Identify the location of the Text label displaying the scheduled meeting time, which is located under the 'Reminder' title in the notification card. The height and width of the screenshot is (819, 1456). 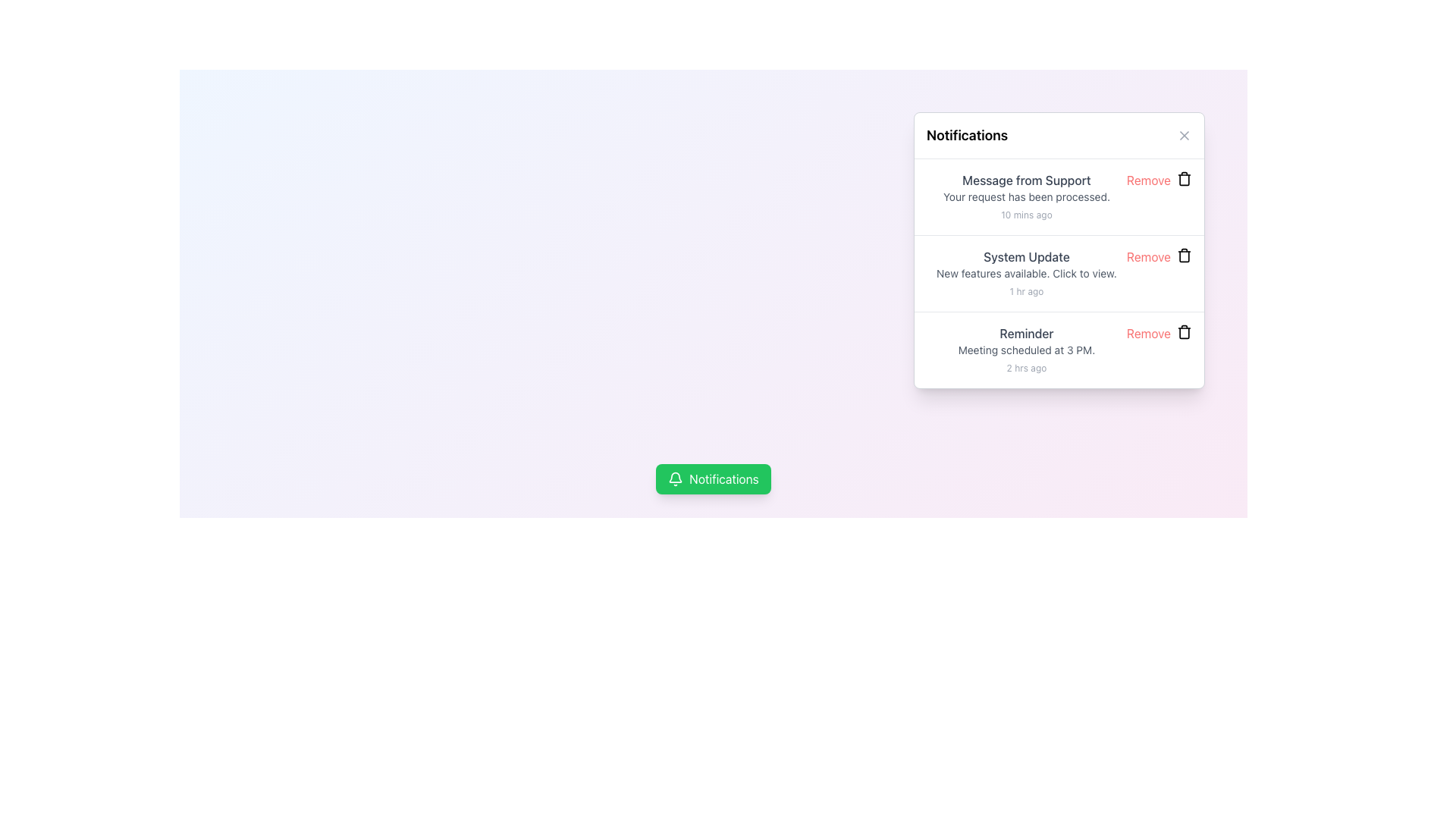
(1026, 350).